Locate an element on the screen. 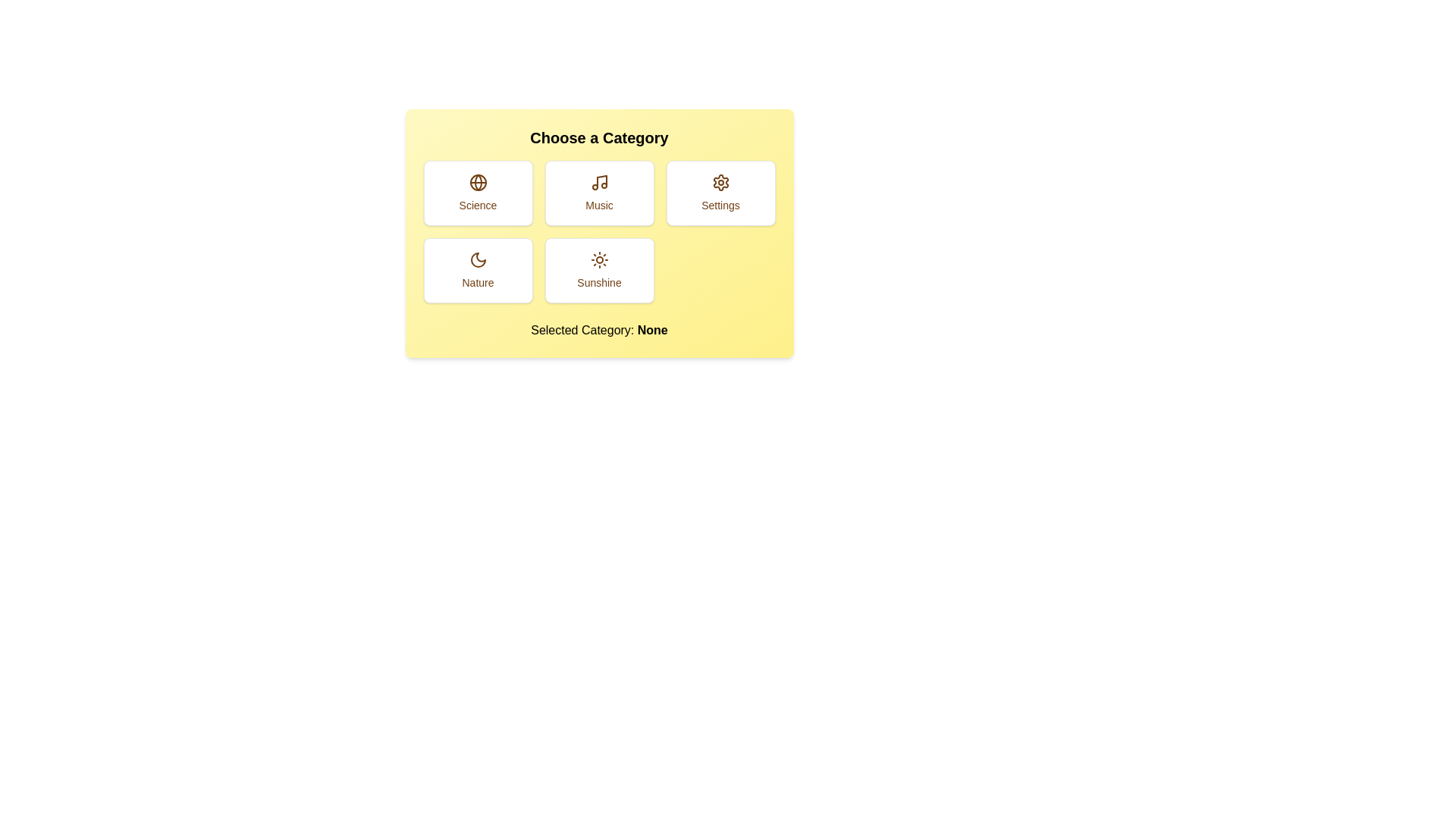 This screenshot has width=1456, height=819. the cogwheel icon located in the 'Settings' button, which is the third button in the top row of a grid titled 'Choose a Category' is located at coordinates (720, 181).